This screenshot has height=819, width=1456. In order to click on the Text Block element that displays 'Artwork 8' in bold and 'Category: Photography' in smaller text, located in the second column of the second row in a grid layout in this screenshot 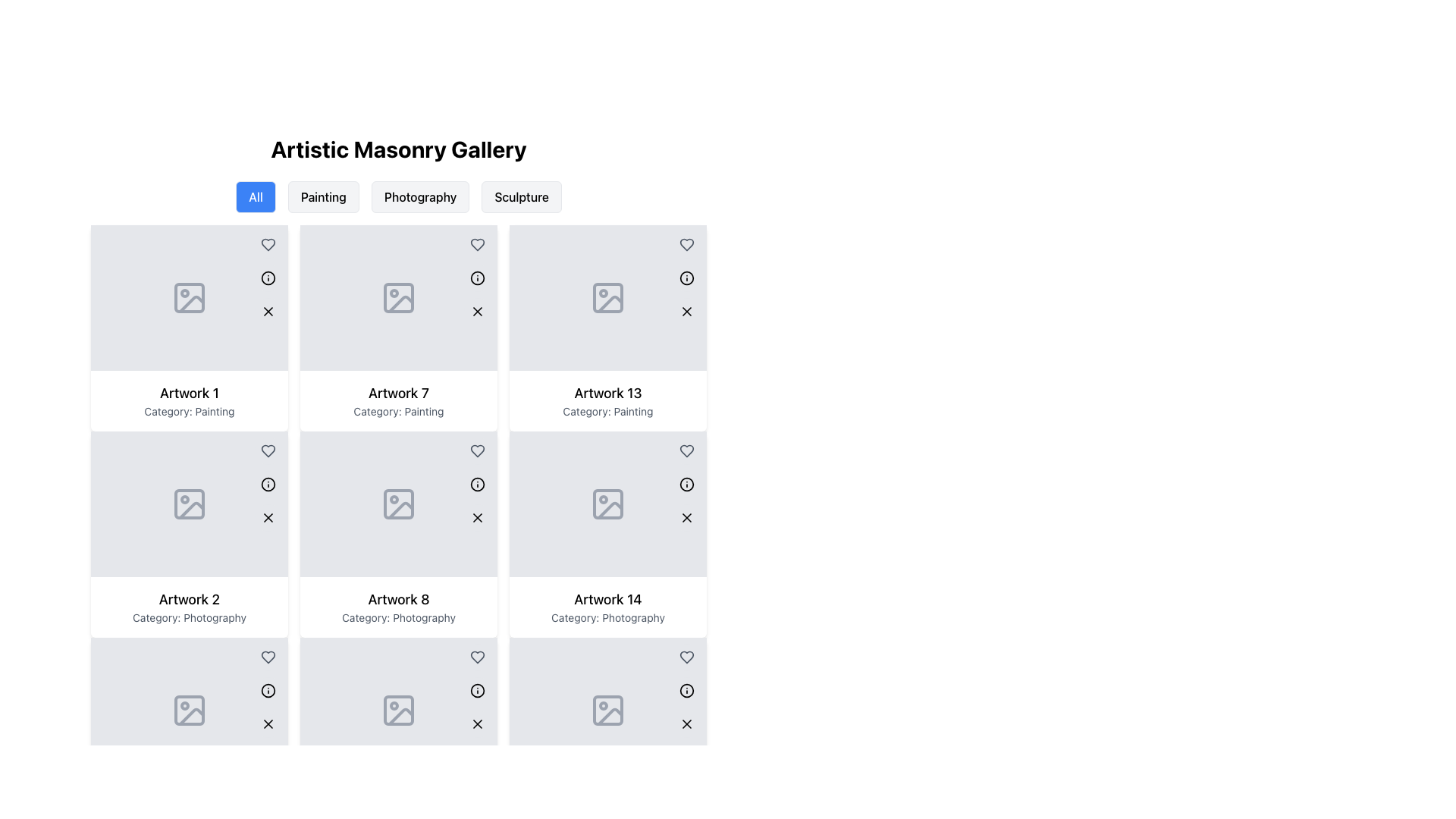, I will do `click(399, 607)`.